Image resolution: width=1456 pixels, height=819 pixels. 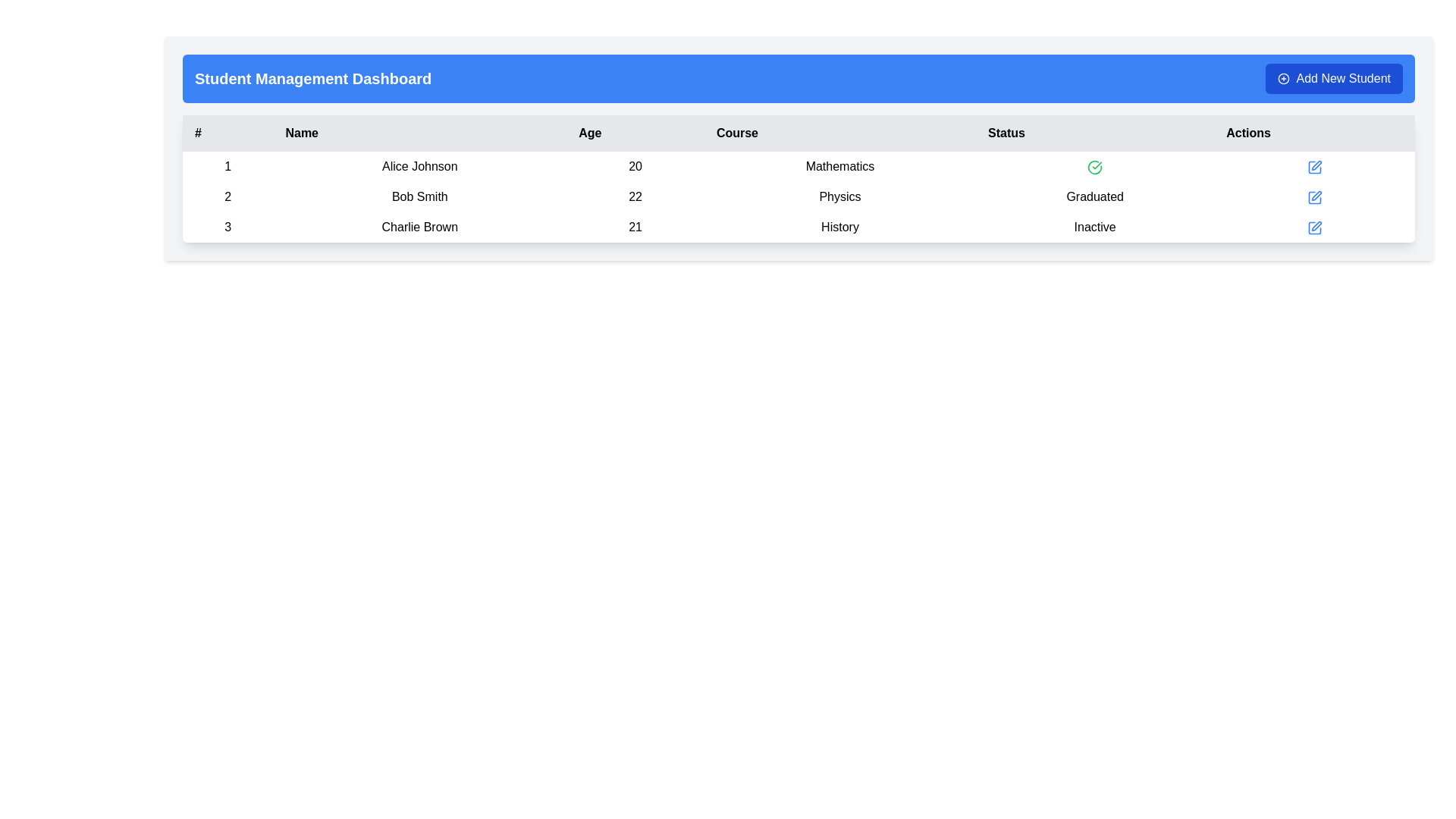 I want to click on the numeric text '21' in the 'Age' column of the table corresponding to 'Charlie Brown', so click(x=635, y=227).